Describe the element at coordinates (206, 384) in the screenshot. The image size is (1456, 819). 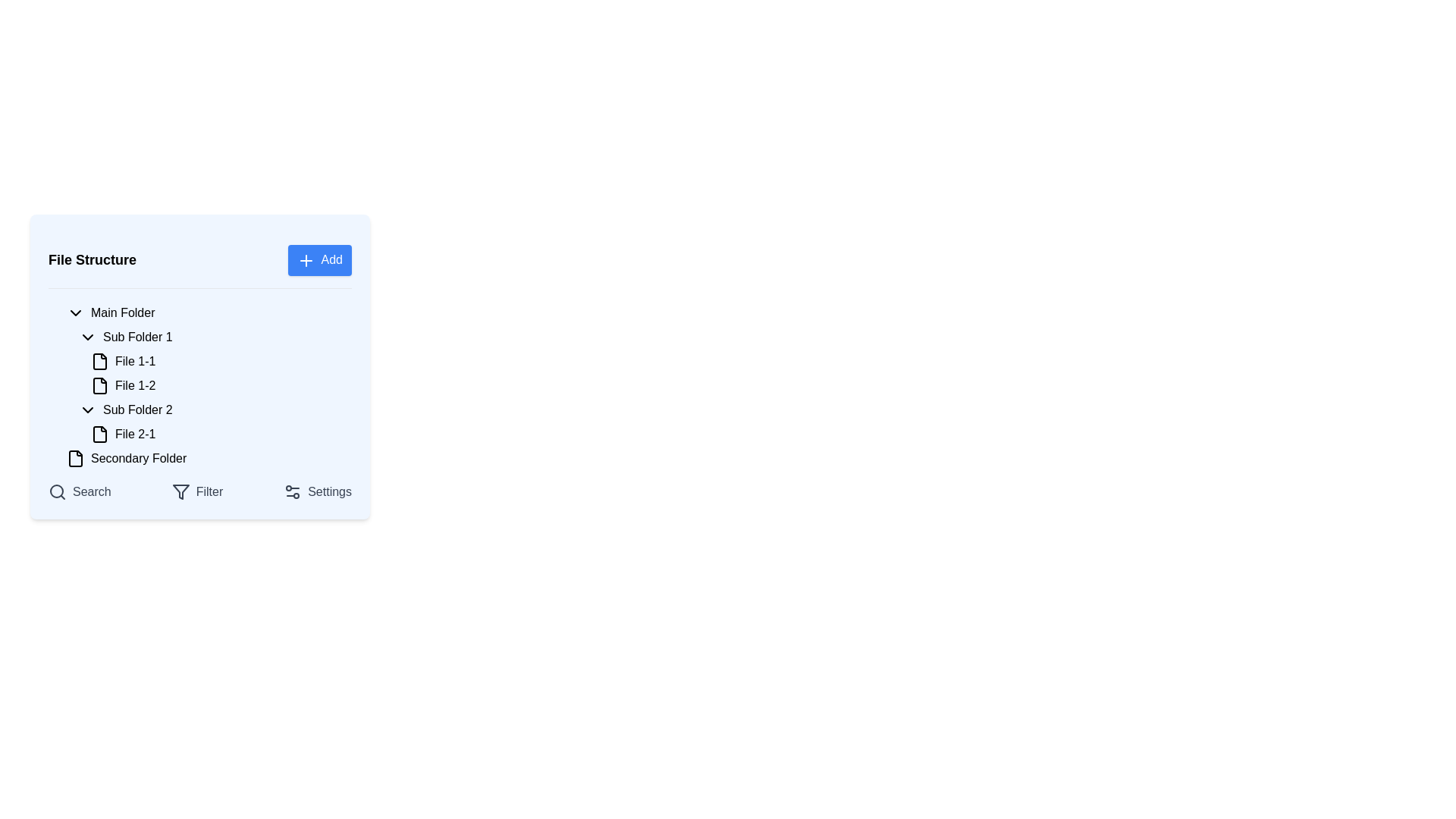
I see `the item labeled 'Sub Folder 1File 1-1File 1-2Sub Folder 2File 2-1' within the tree view component` at that location.